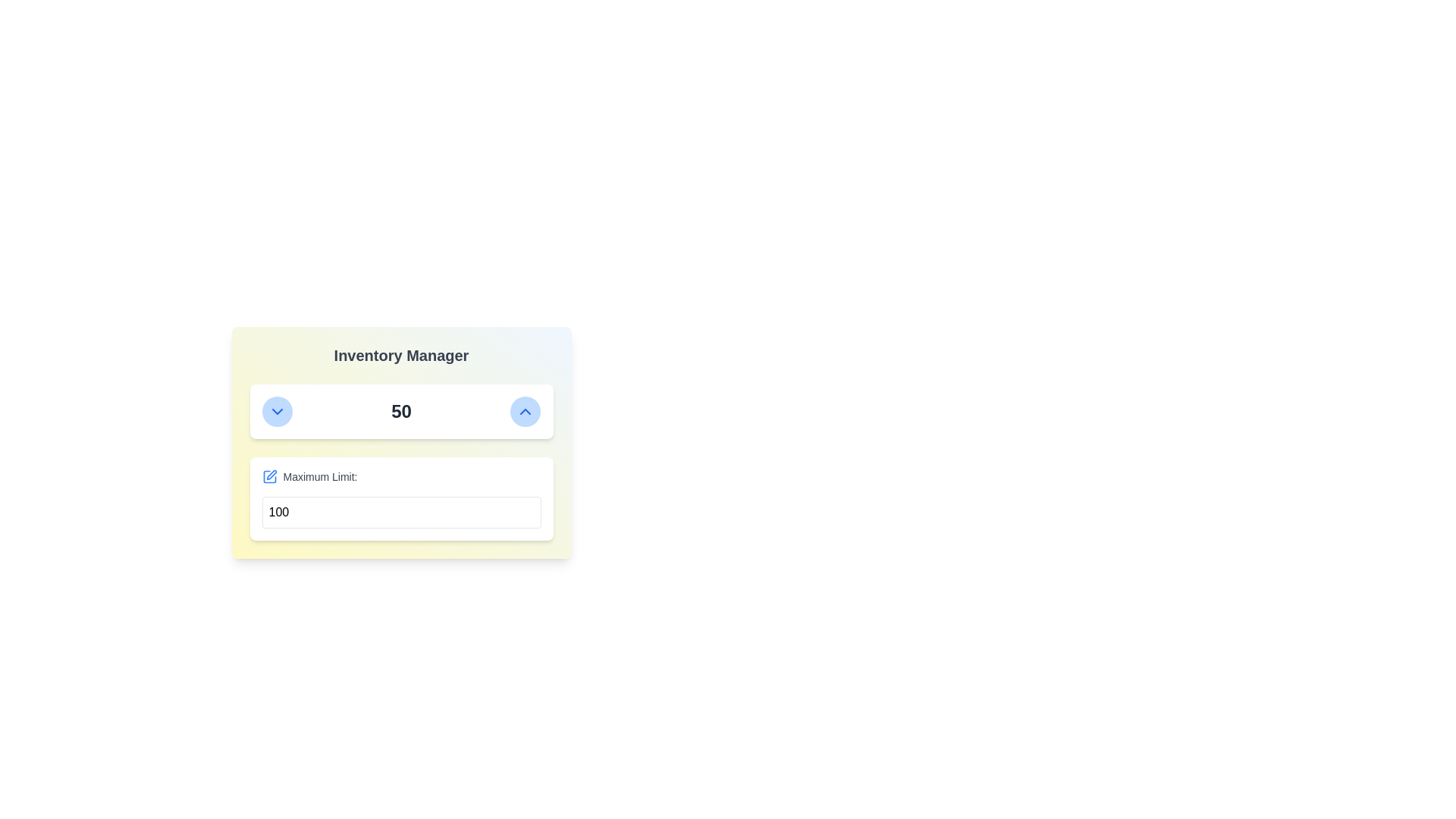  Describe the element at coordinates (526, 412) in the screenshot. I see `the increment button located in the top-right corner of the component that adjusts the numeric value displayed as '50'` at that location.